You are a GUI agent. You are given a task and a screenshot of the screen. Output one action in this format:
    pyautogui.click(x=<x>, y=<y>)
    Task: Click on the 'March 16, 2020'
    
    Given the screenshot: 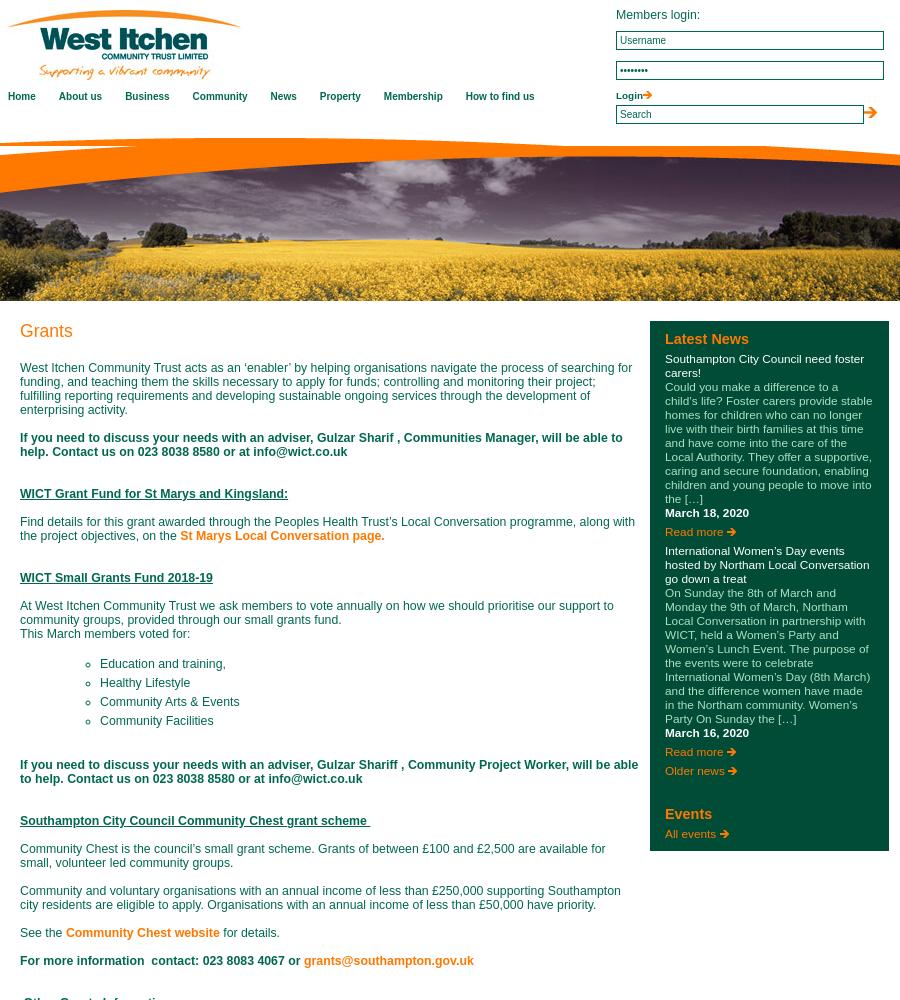 What is the action you would take?
    pyautogui.click(x=706, y=732)
    